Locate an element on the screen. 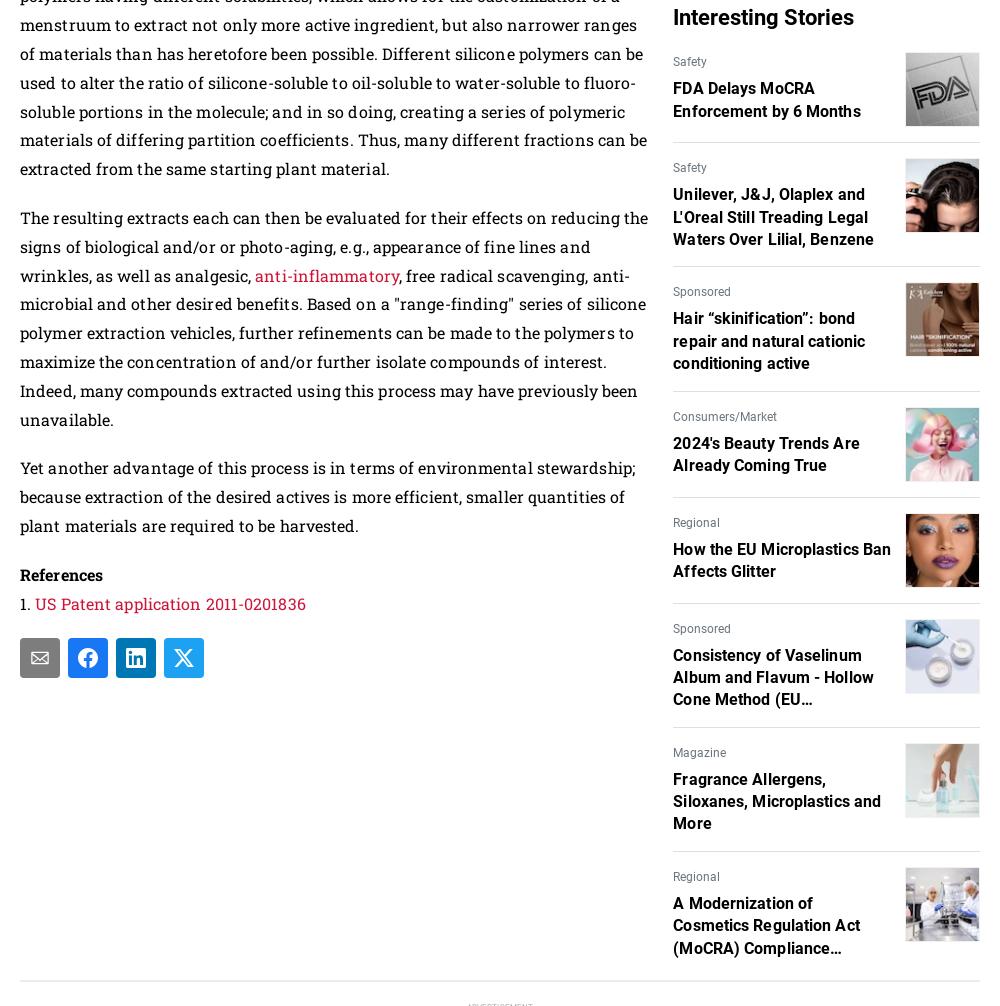 The image size is (1000, 1006). 'How the EU Microplastics Ban Affects Glitter' is located at coordinates (673, 559).